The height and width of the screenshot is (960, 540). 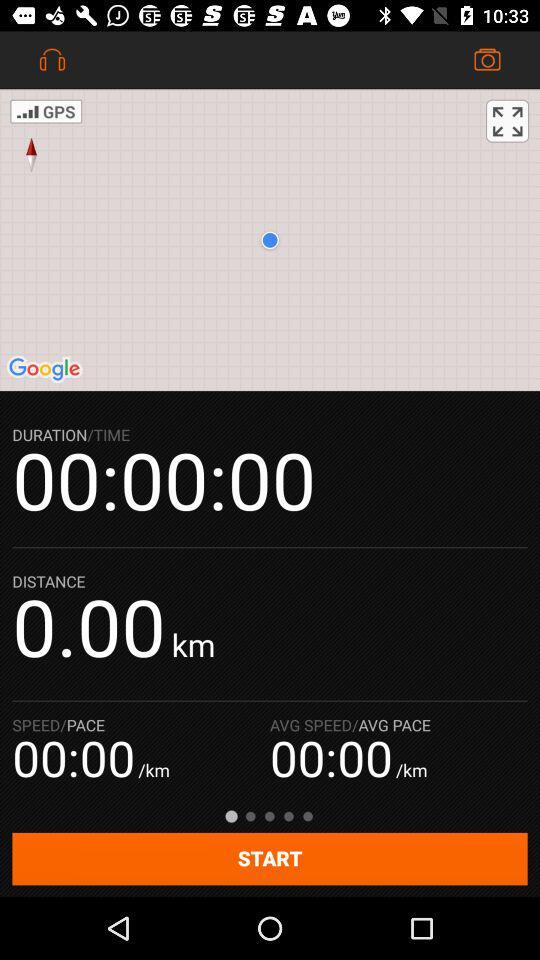 I want to click on the item above the start, so click(x=507, y=120).